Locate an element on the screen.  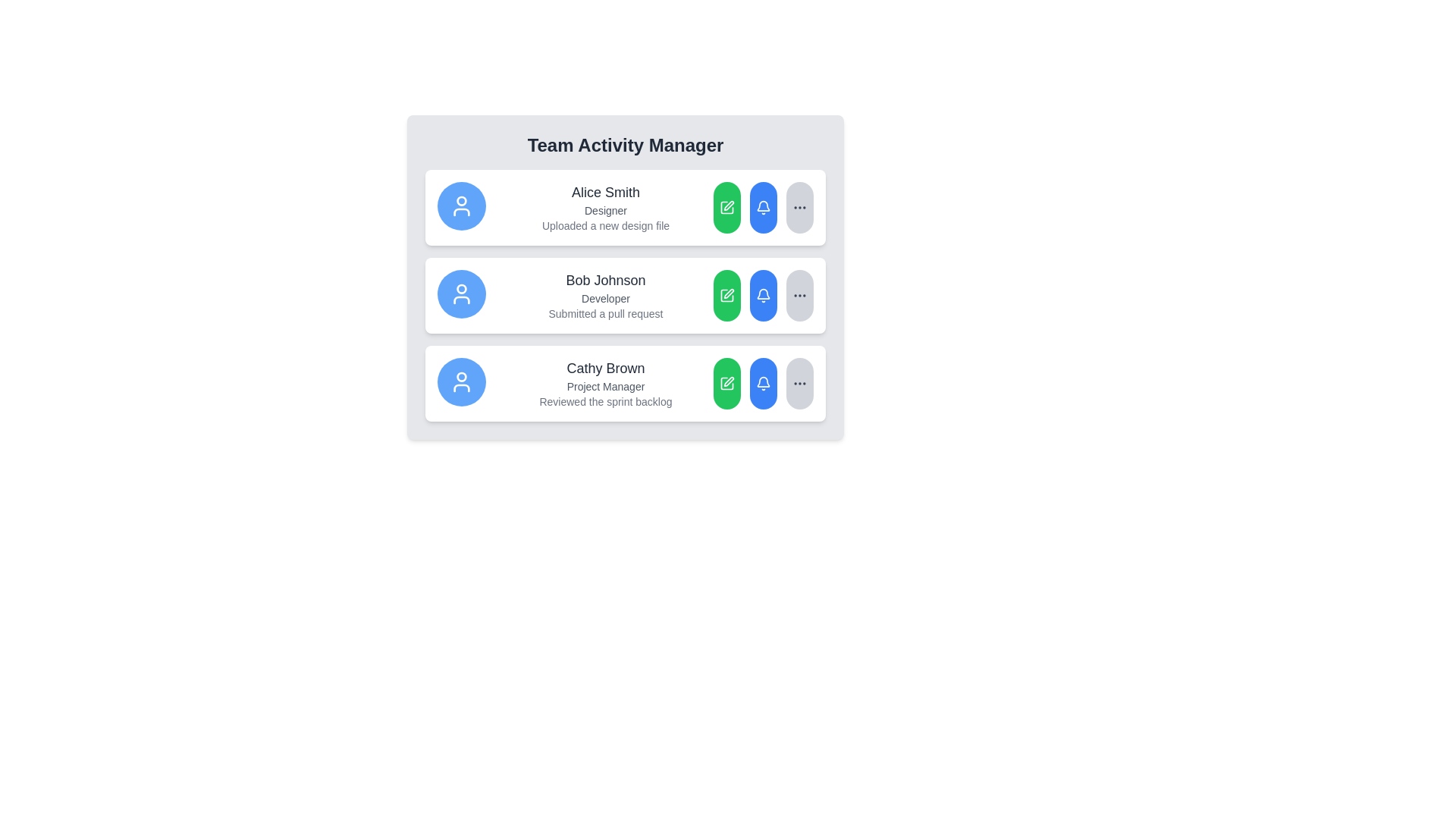
the options menu button, which is a round button with a light gray background and three vertically aligned dots, located on the right side of Bob Johnson's record in the Team Activity Manager interface is located at coordinates (799, 295).